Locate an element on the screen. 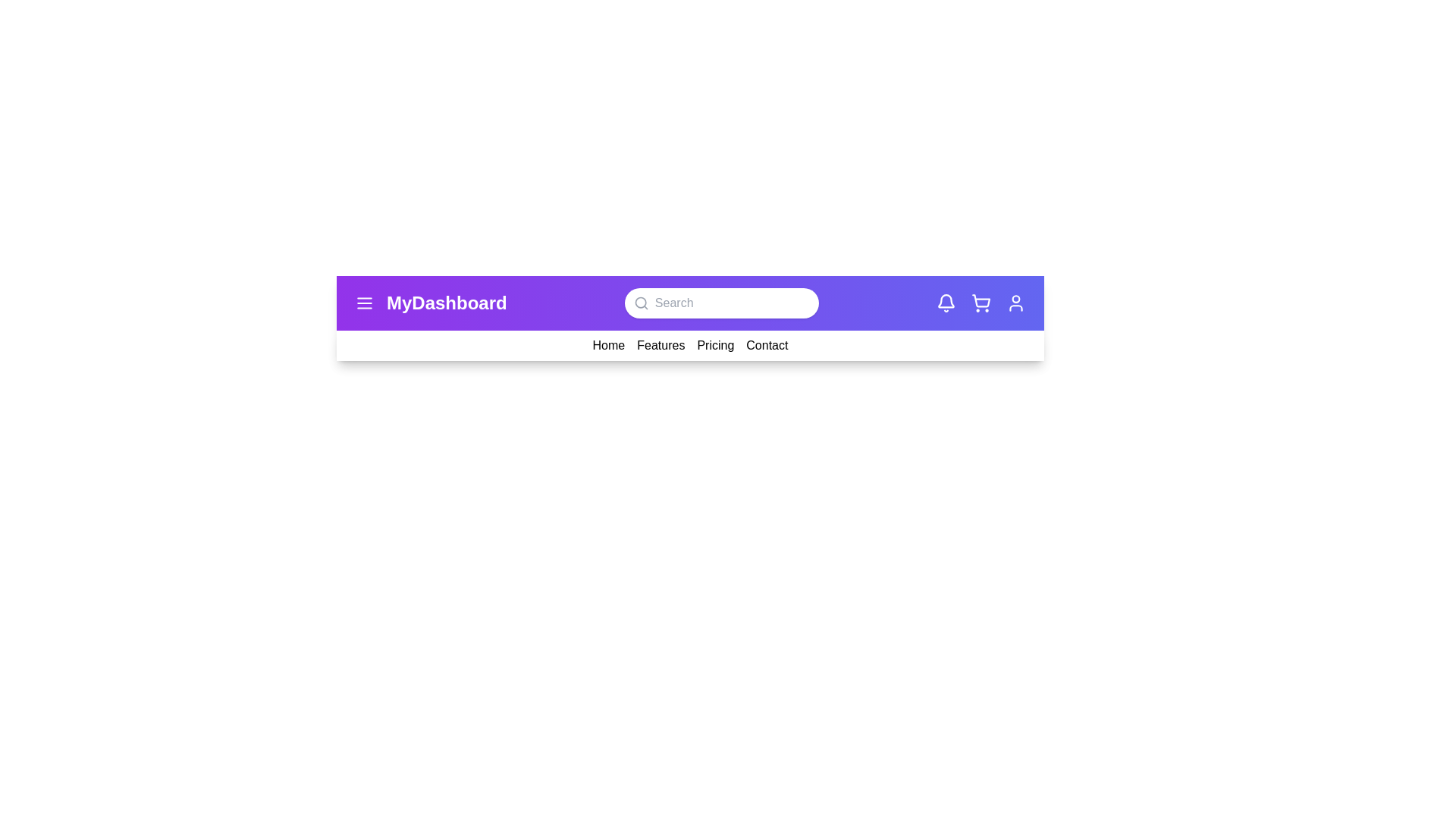 This screenshot has width=1456, height=819. the notification bell icon is located at coordinates (946, 303).